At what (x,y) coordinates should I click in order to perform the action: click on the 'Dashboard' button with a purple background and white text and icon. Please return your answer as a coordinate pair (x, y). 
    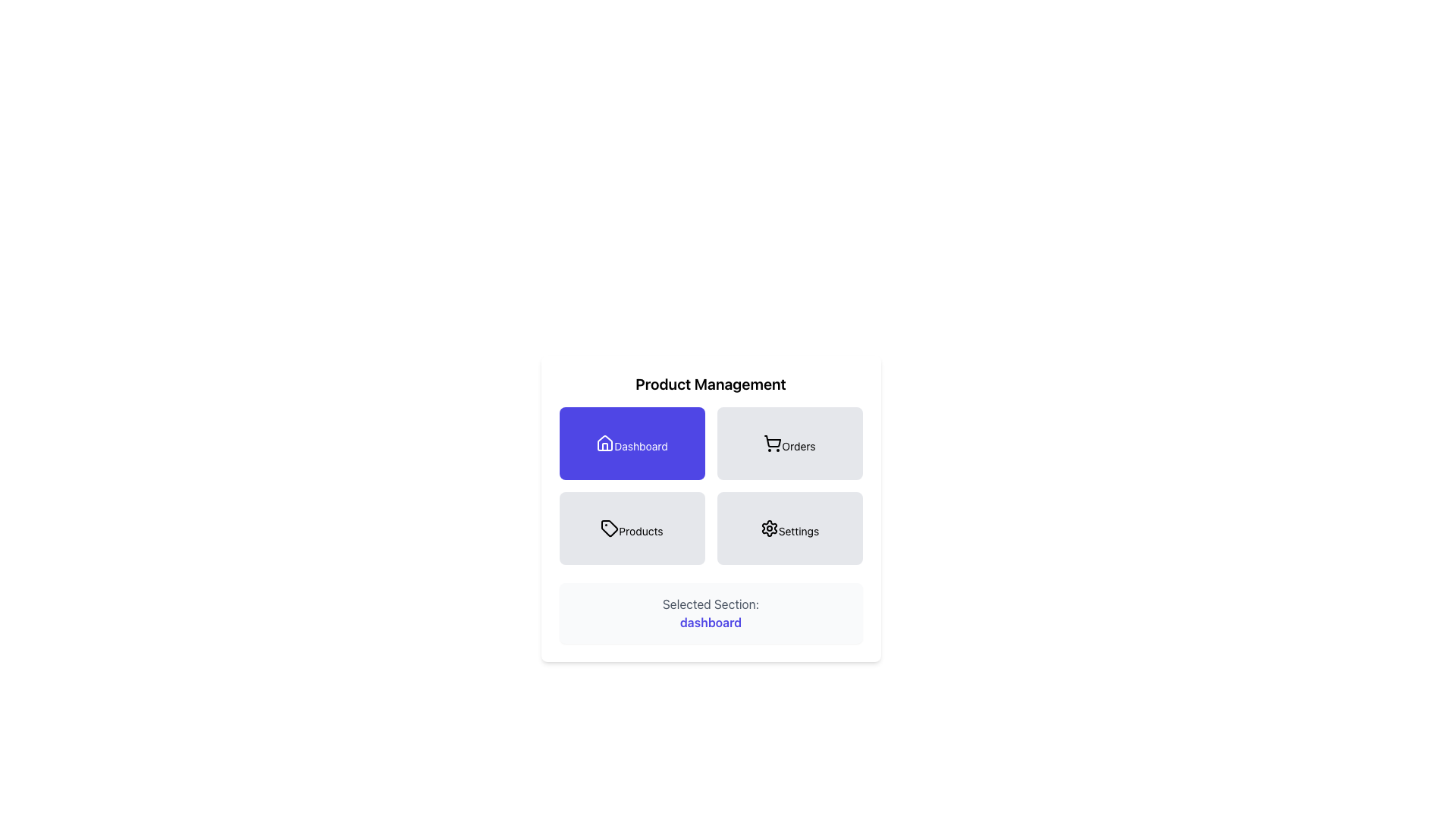
    Looking at the image, I should click on (632, 444).